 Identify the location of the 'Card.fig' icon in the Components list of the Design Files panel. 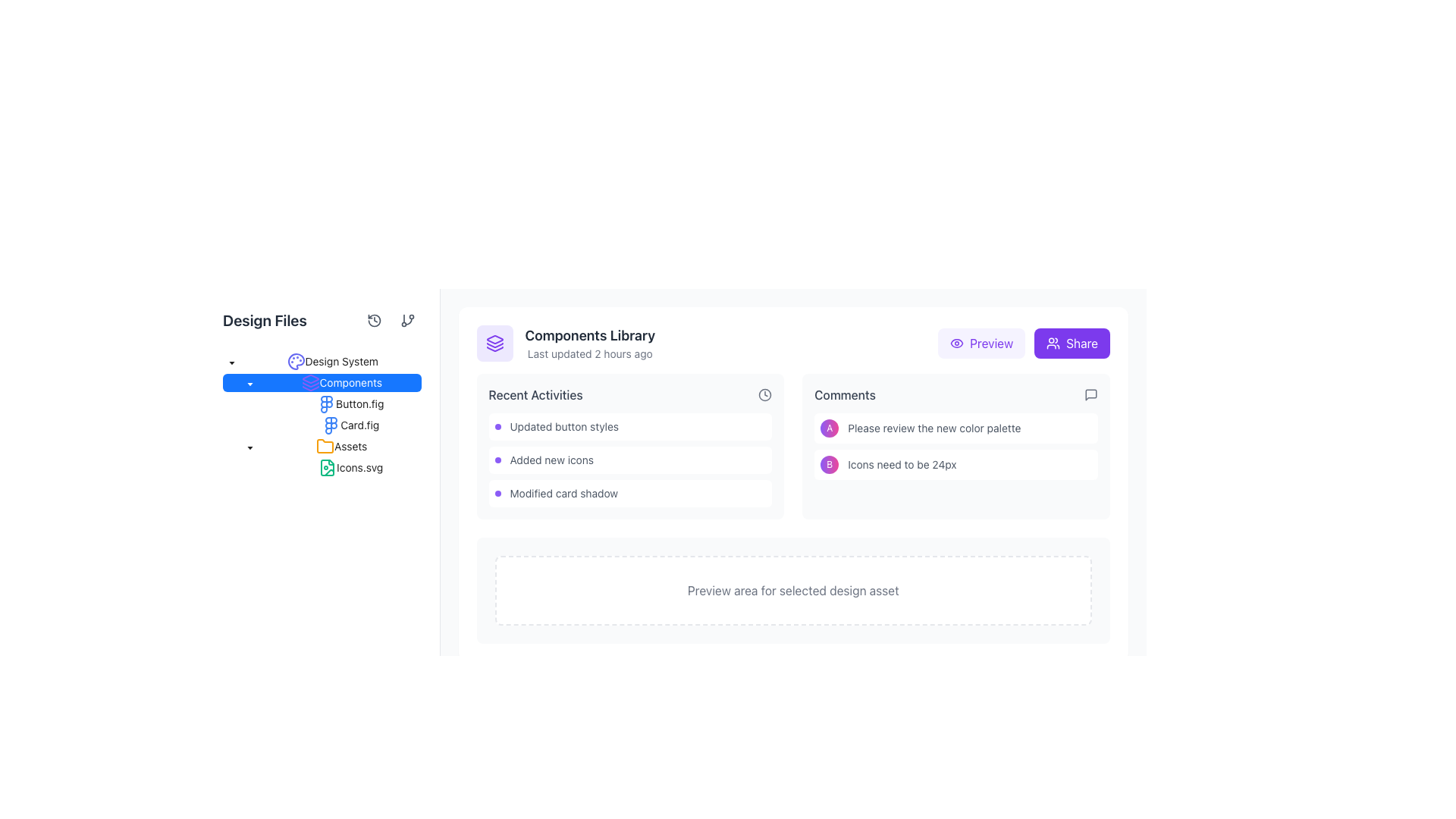
(331, 425).